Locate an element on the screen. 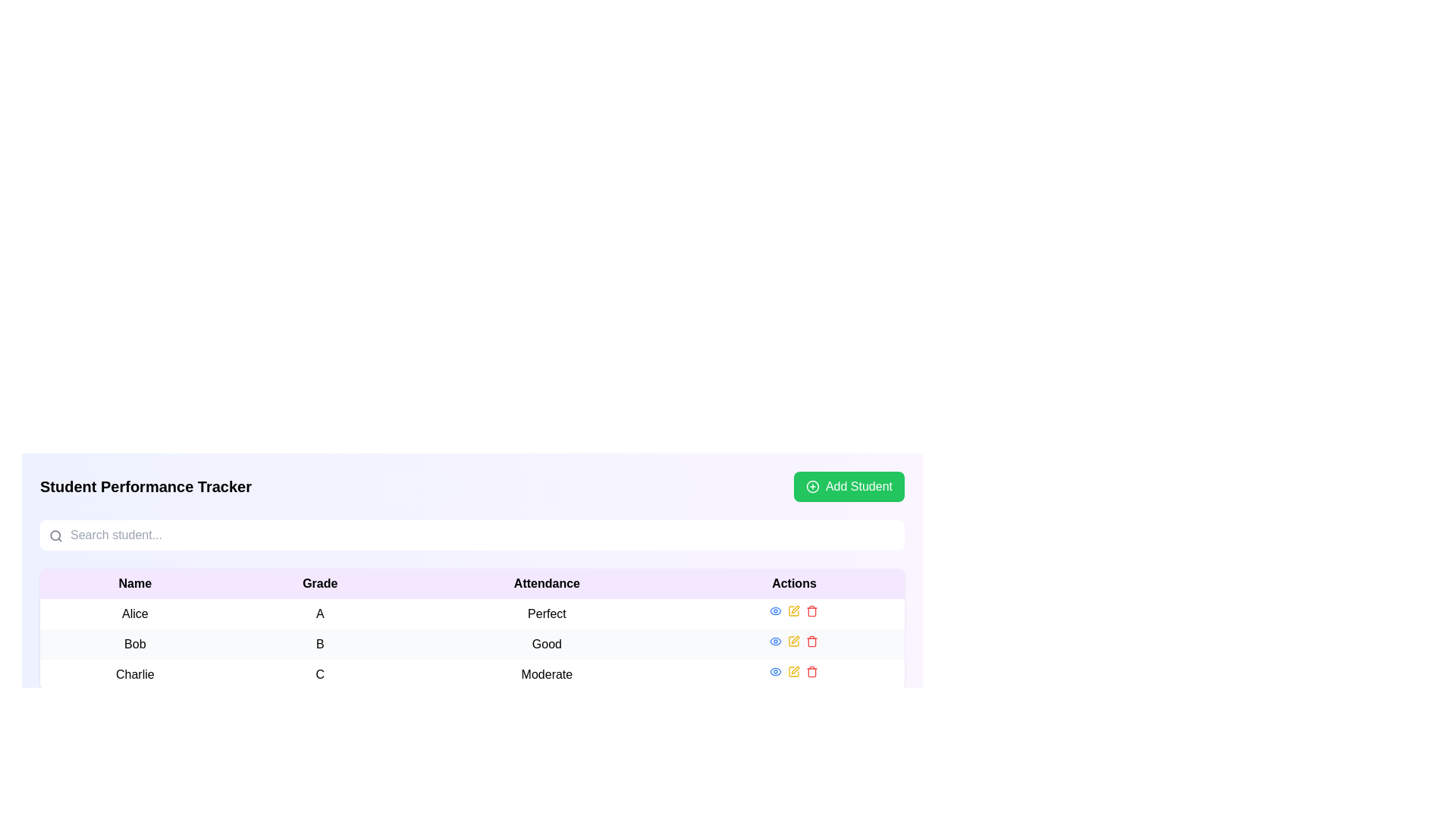 This screenshot has width=1456, height=819. the text label displaying 'Actions' in bold font style, located in the upper-right section of the table header is located at coordinates (793, 583).